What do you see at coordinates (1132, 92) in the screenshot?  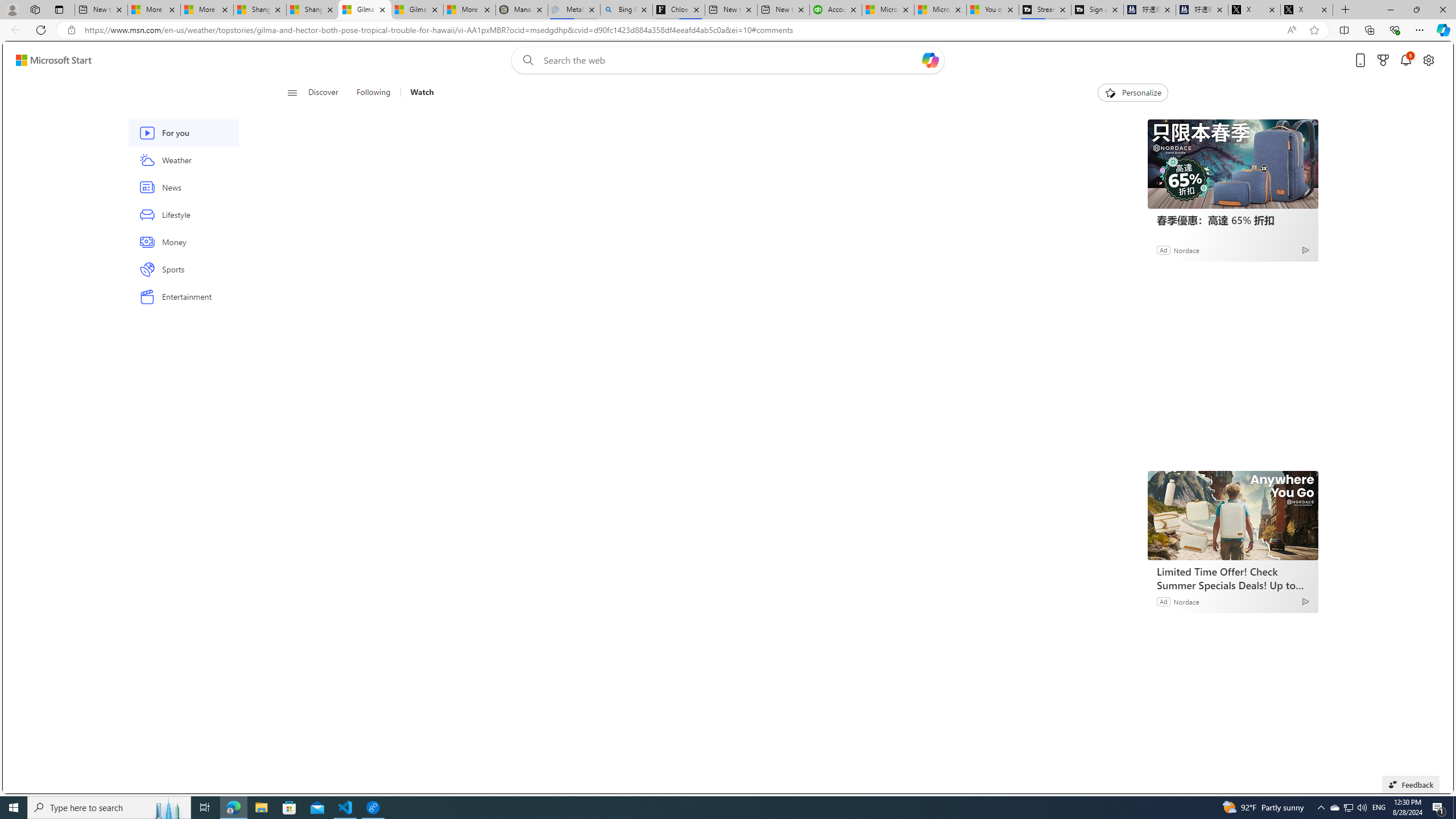 I see `'Personalize'` at bounding box center [1132, 92].